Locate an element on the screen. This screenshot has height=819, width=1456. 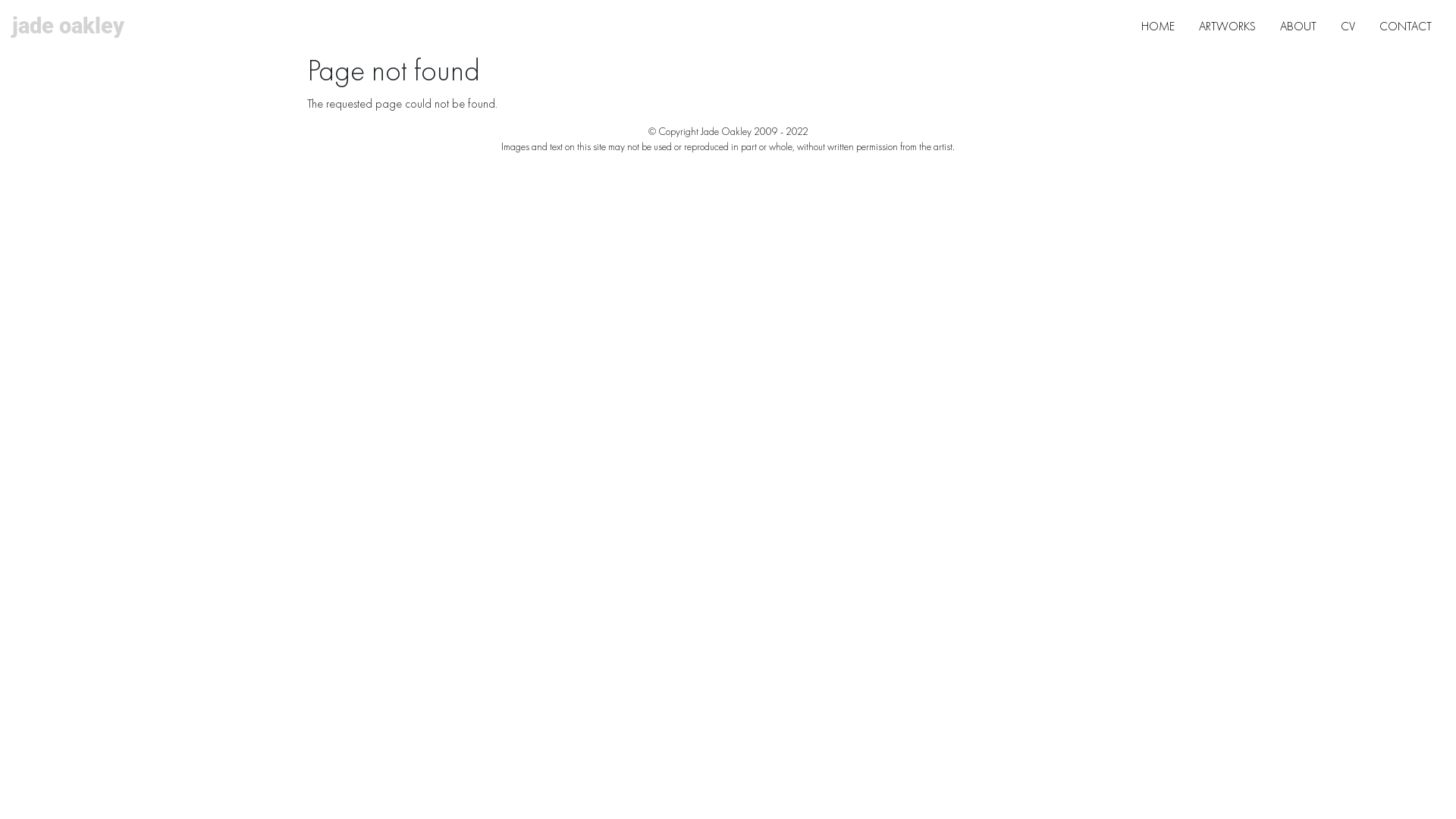
'jade oakley' is located at coordinates (67, 26).